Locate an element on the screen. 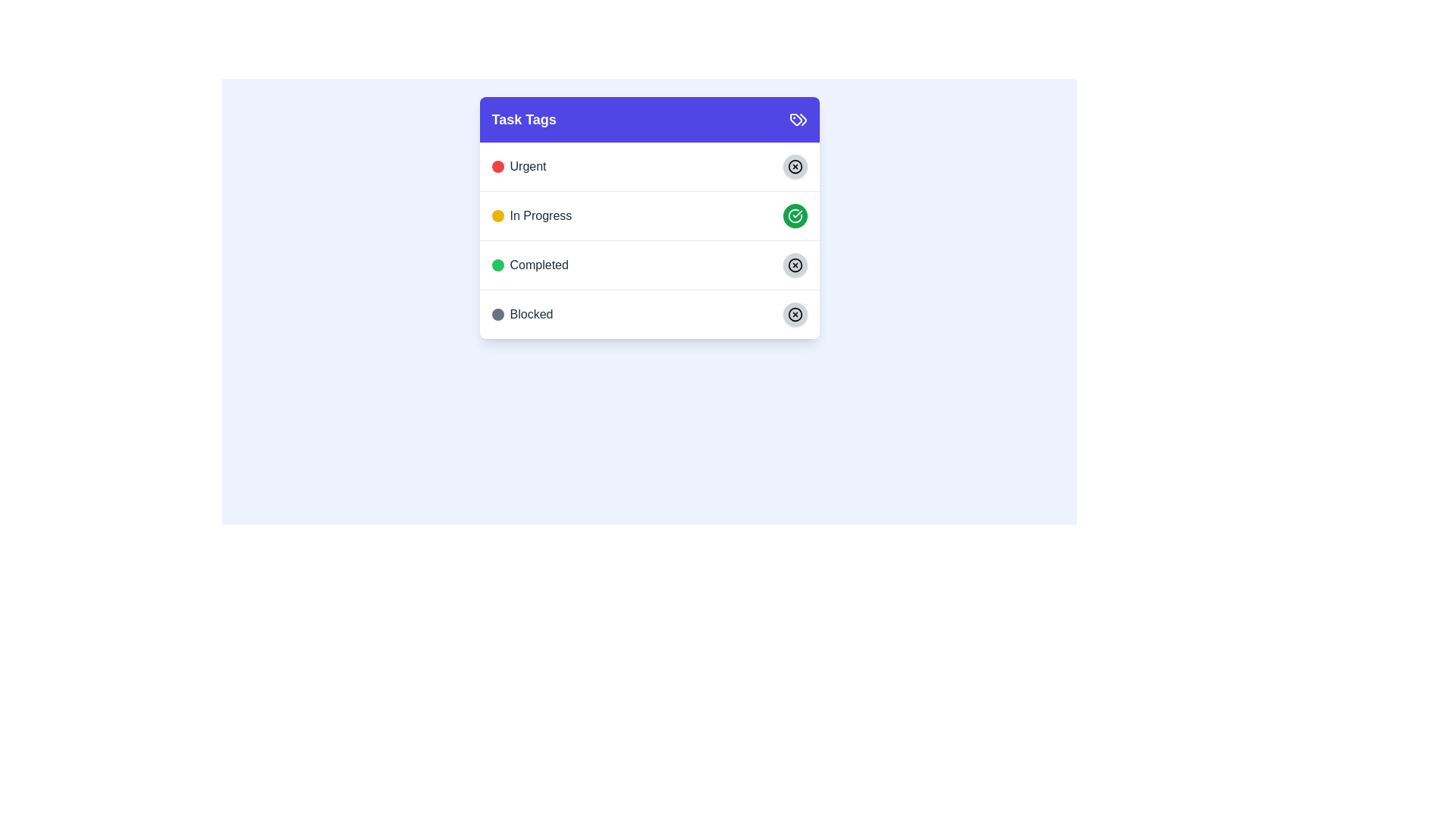  the delete or close button located at the far right of the 'Urgent' tag row in the 'Task Tags' panel is located at coordinates (794, 166).